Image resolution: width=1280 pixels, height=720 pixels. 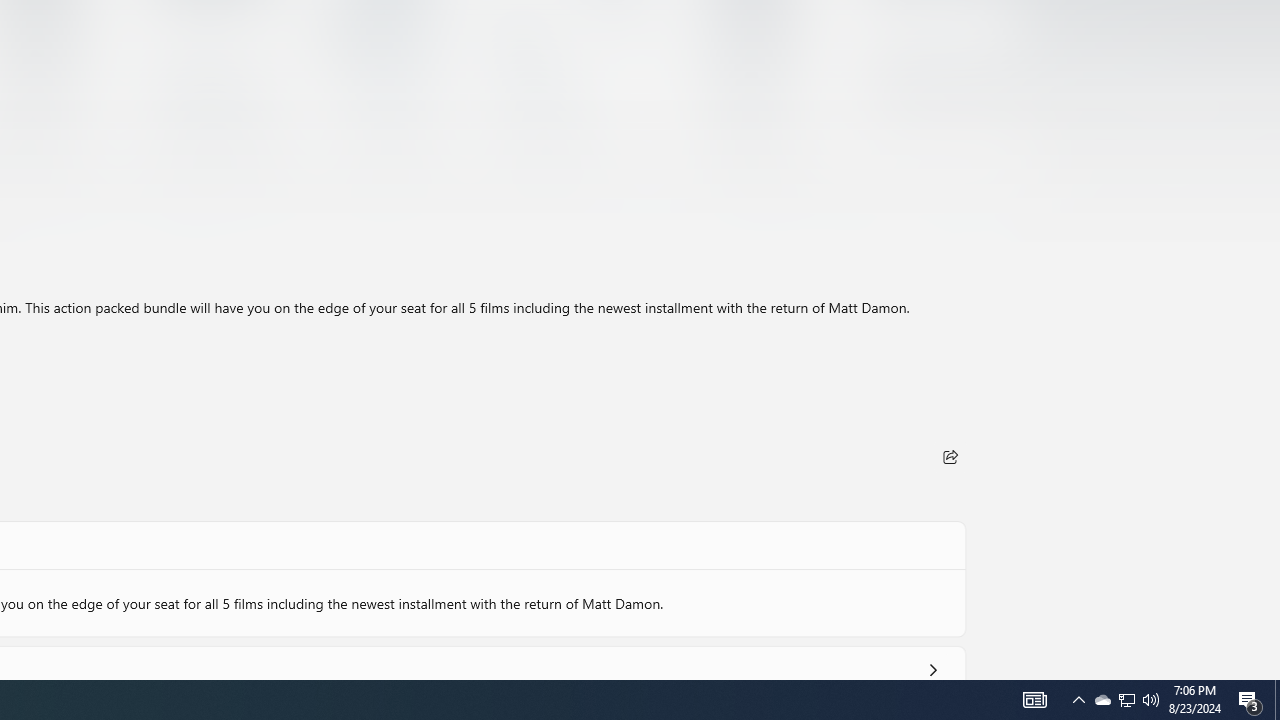 I want to click on 'Share', so click(x=949, y=456).